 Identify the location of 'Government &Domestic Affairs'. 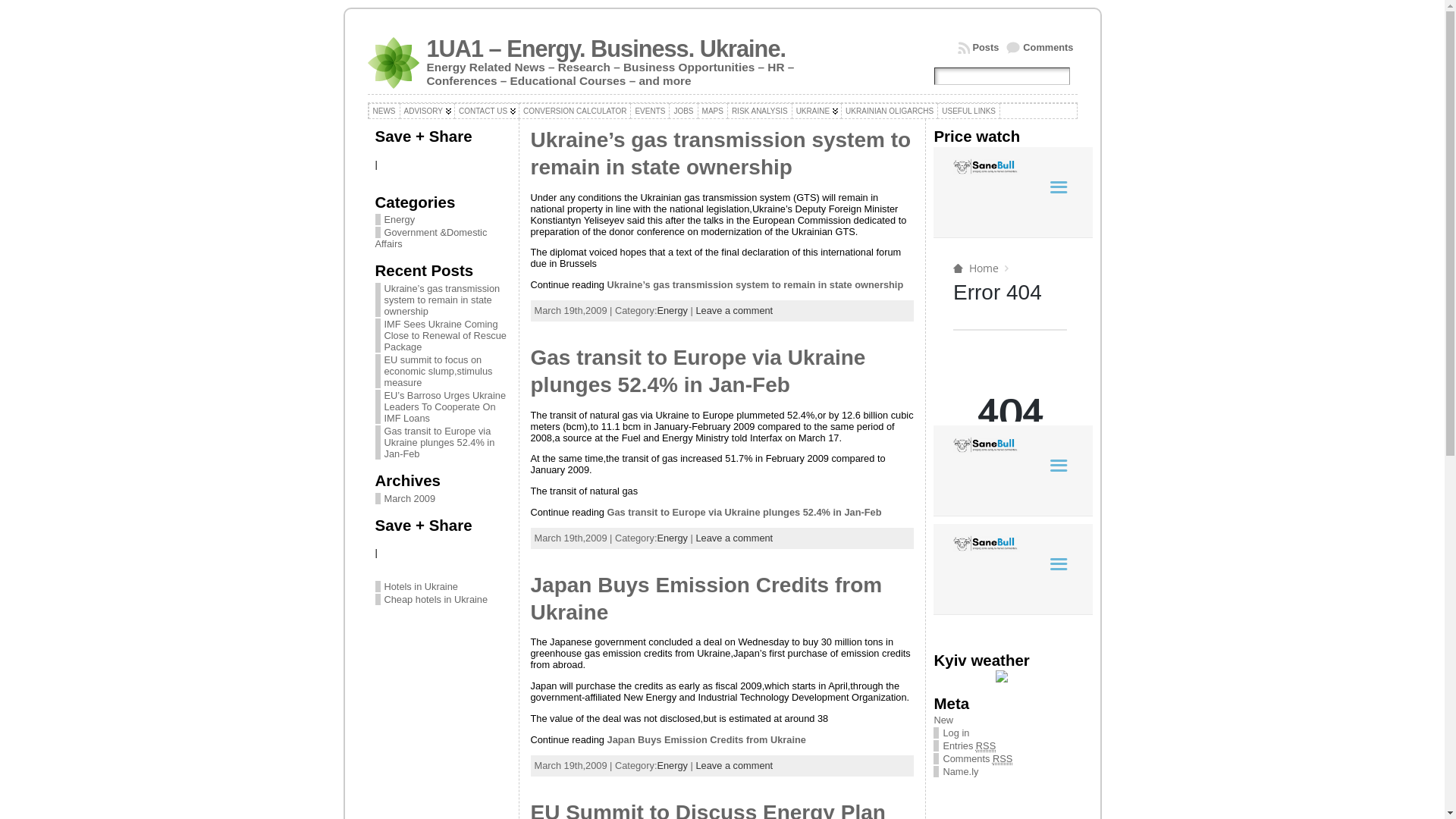
(429, 237).